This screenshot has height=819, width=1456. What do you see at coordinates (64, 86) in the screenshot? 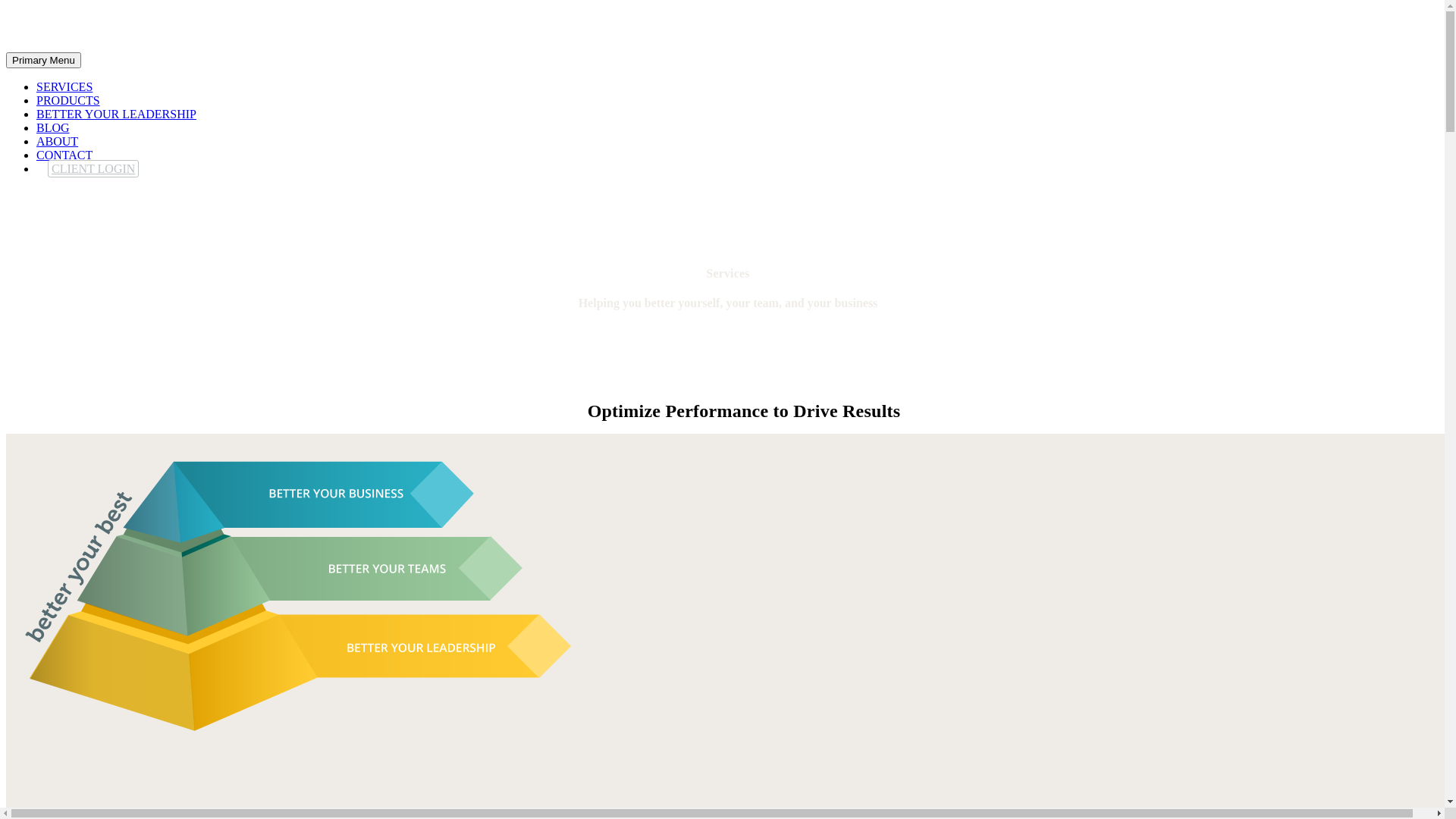
I see `'SERVICES'` at bounding box center [64, 86].